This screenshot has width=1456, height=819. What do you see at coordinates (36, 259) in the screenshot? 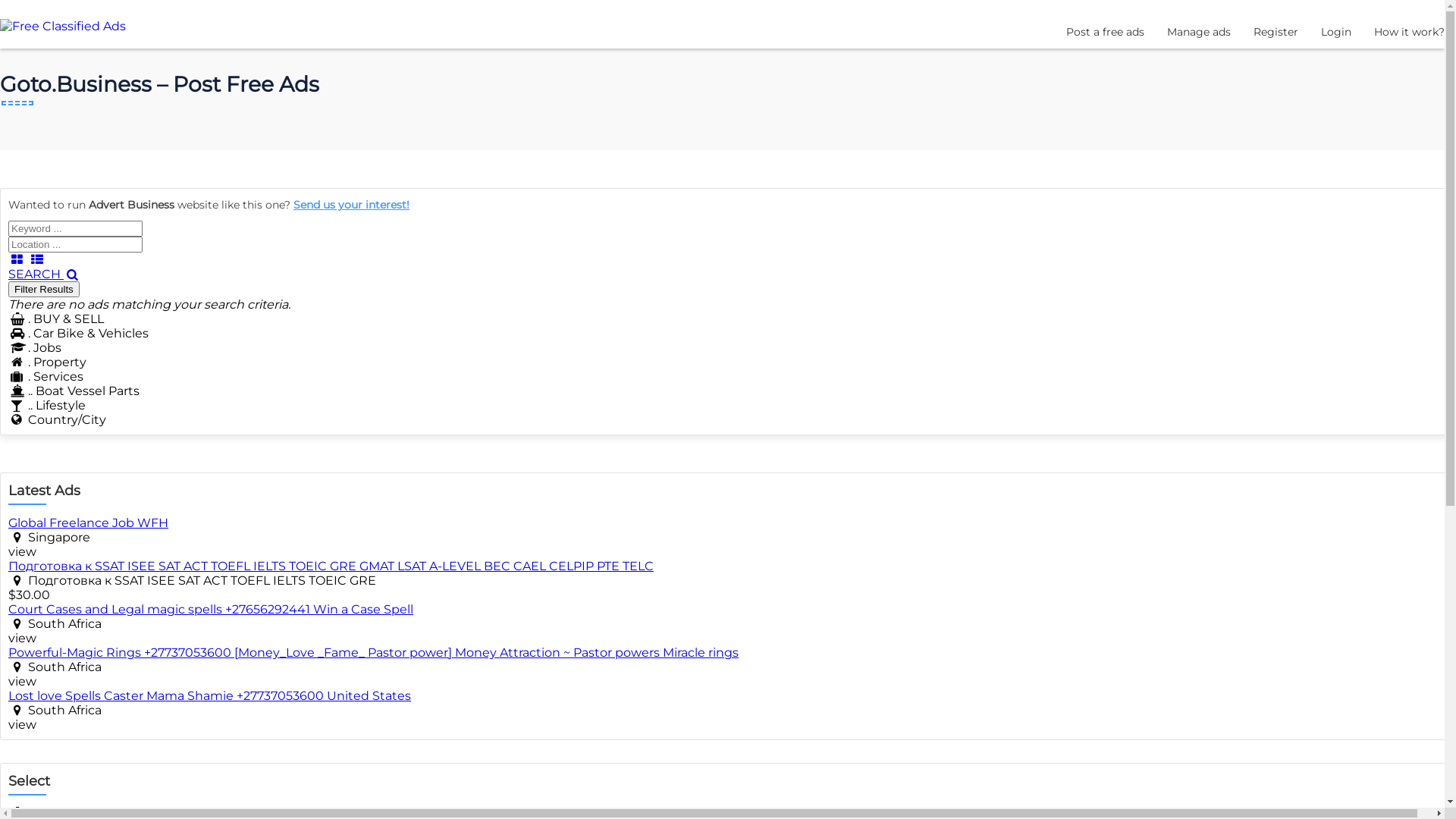
I see `'List'` at bounding box center [36, 259].